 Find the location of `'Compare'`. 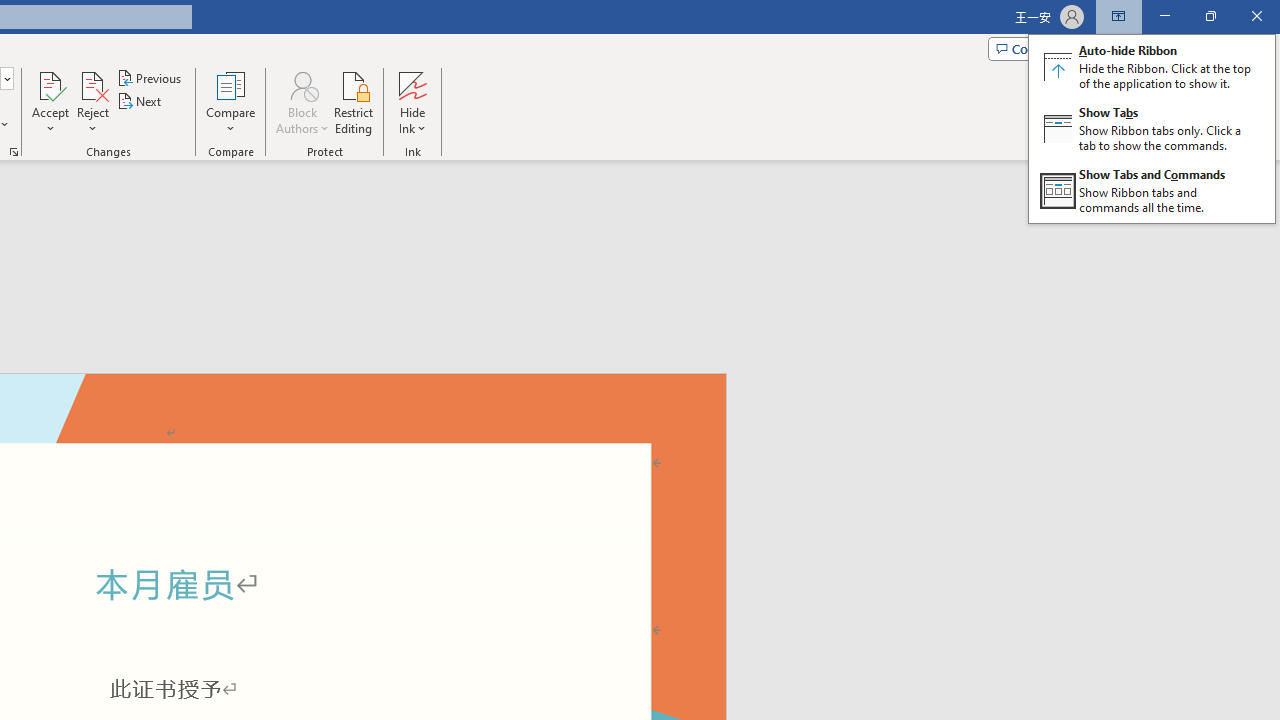

'Compare' is located at coordinates (231, 103).